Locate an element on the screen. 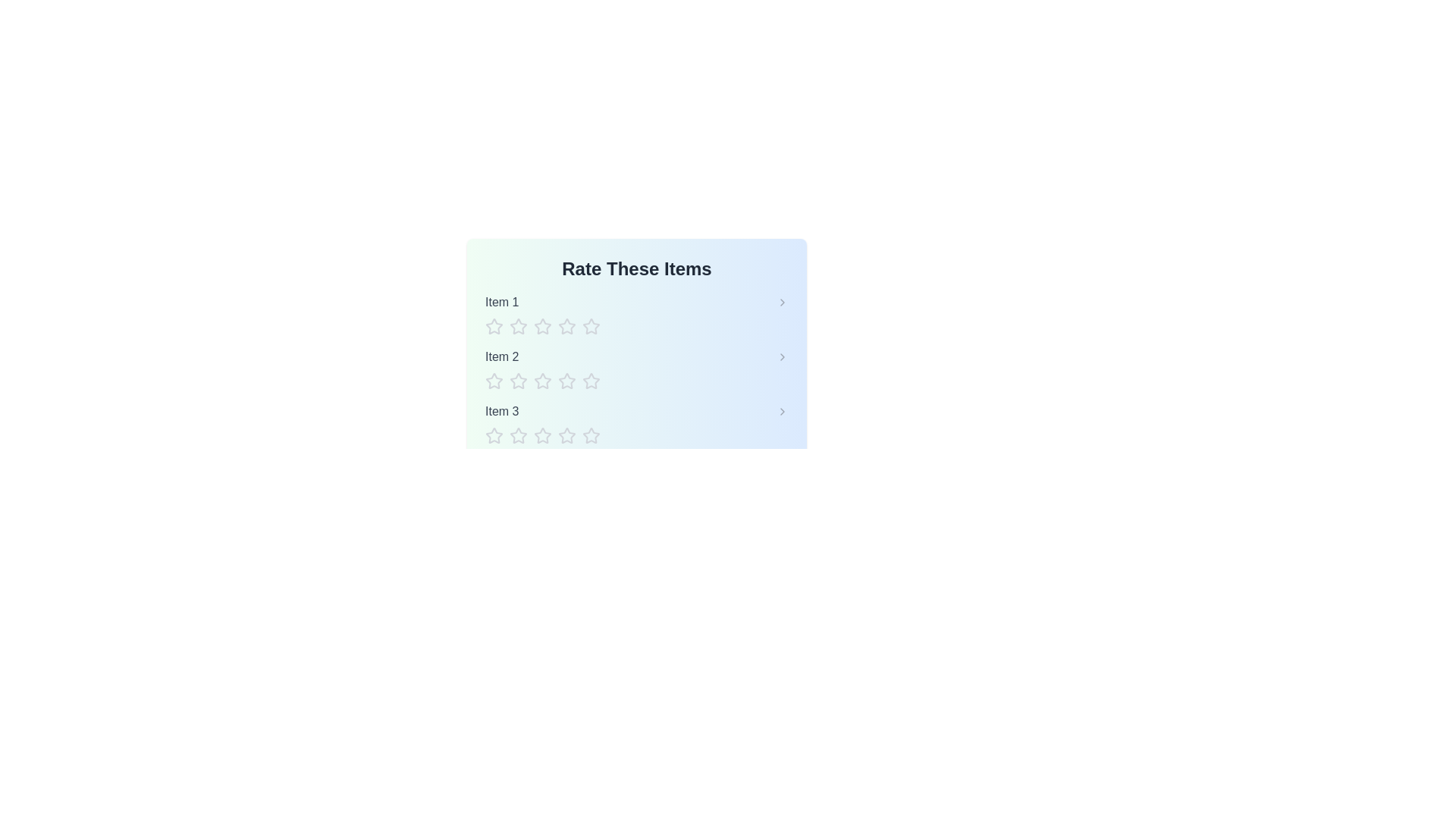 The width and height of the screenshot is (1456, 819). the star corresponding to the rating 2 for item Item 1 is located at coordinates (519, 326).